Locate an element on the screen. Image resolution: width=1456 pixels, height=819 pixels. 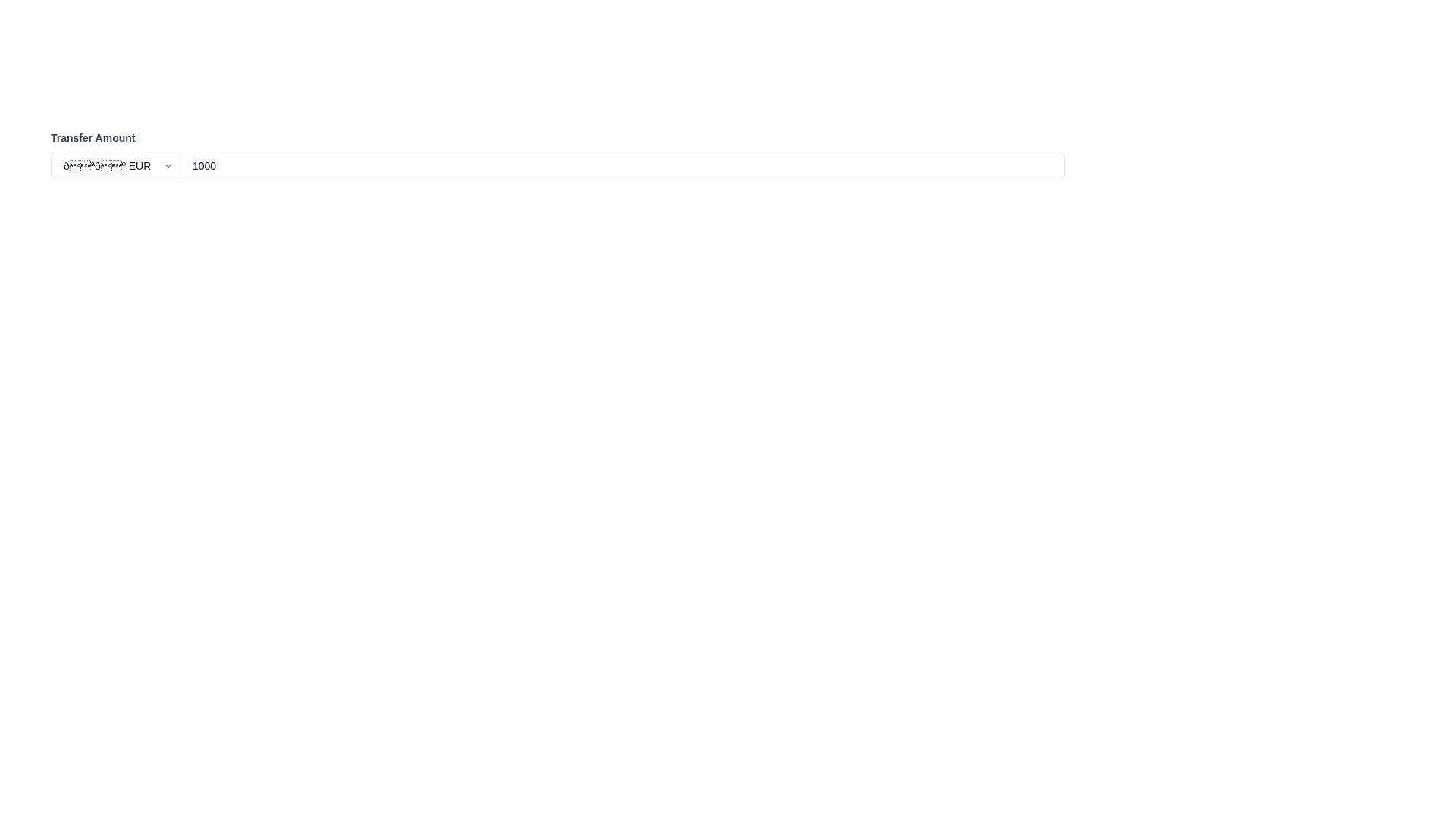
the dropdown icon located to the right of the currency label 'EUR' in the 'Transfer Amount' input field is located at coordinates (168, 166).